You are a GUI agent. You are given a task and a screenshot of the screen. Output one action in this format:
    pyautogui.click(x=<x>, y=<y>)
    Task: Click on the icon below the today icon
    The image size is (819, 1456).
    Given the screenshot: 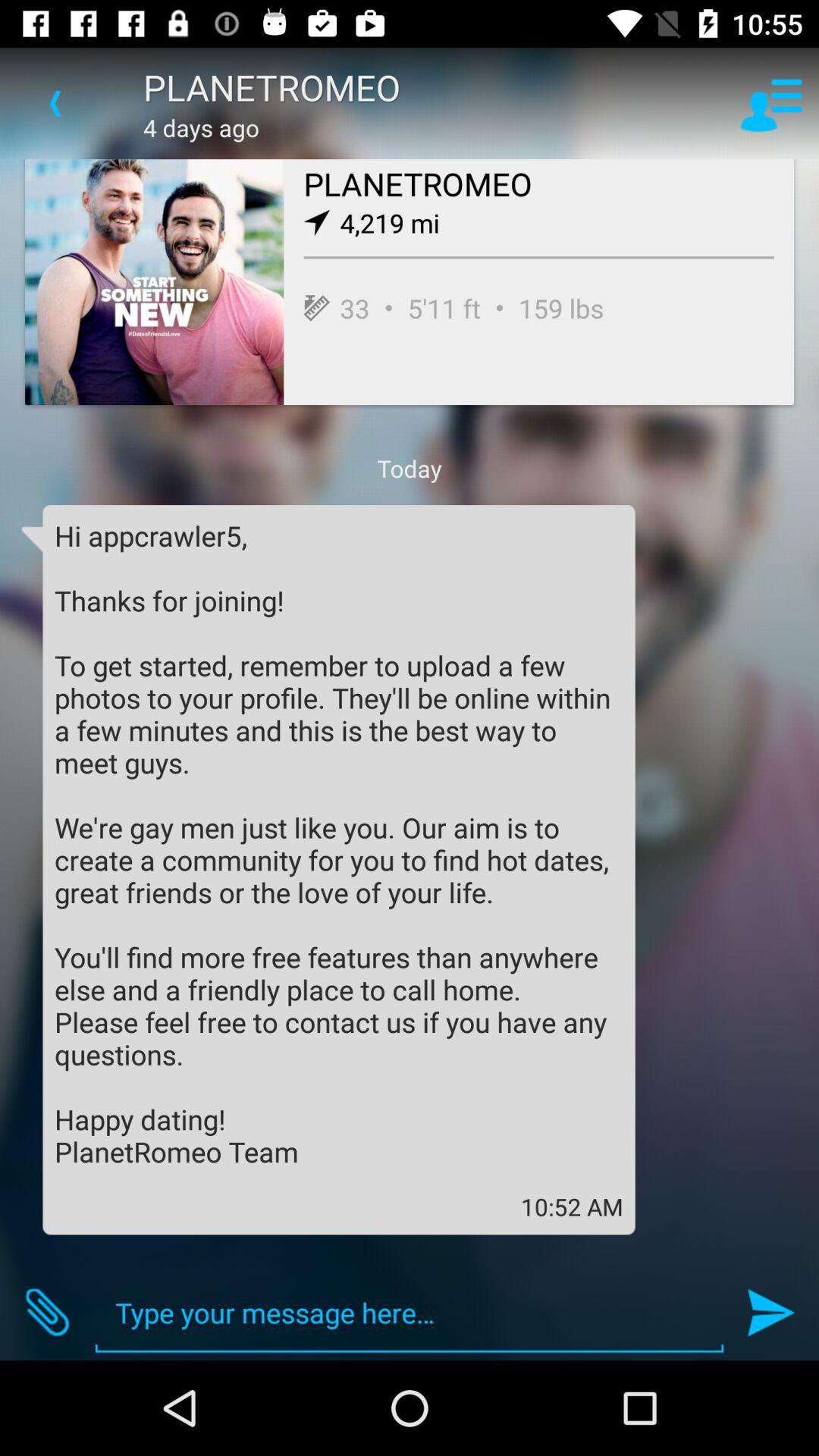 What is the action you would take?
    pyautogui.click(x=338, y=843)
    